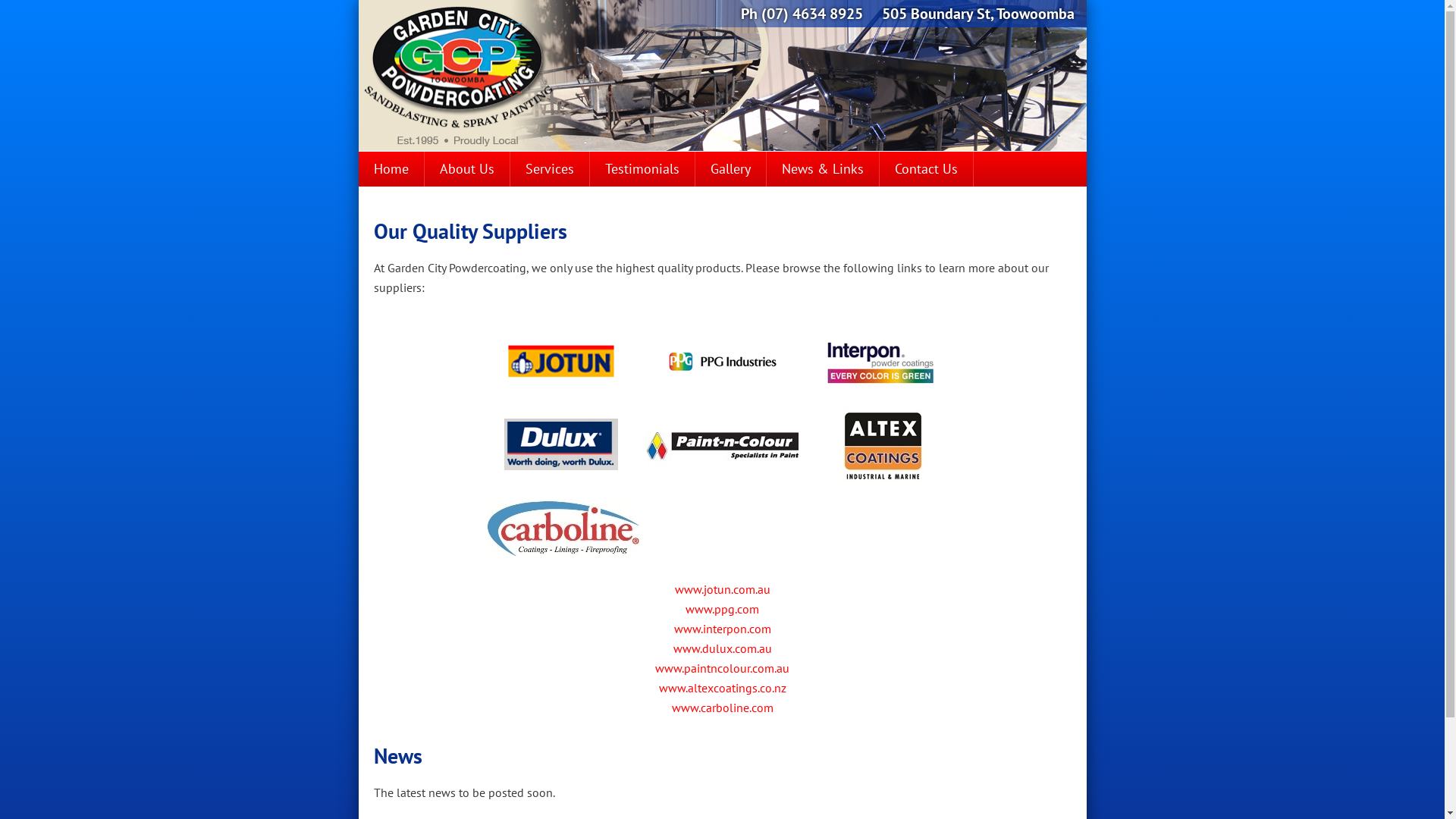  Describe the element at coordinates (722, 648) in the screenshot. I see `'www.dulux.com.au'` at that location.